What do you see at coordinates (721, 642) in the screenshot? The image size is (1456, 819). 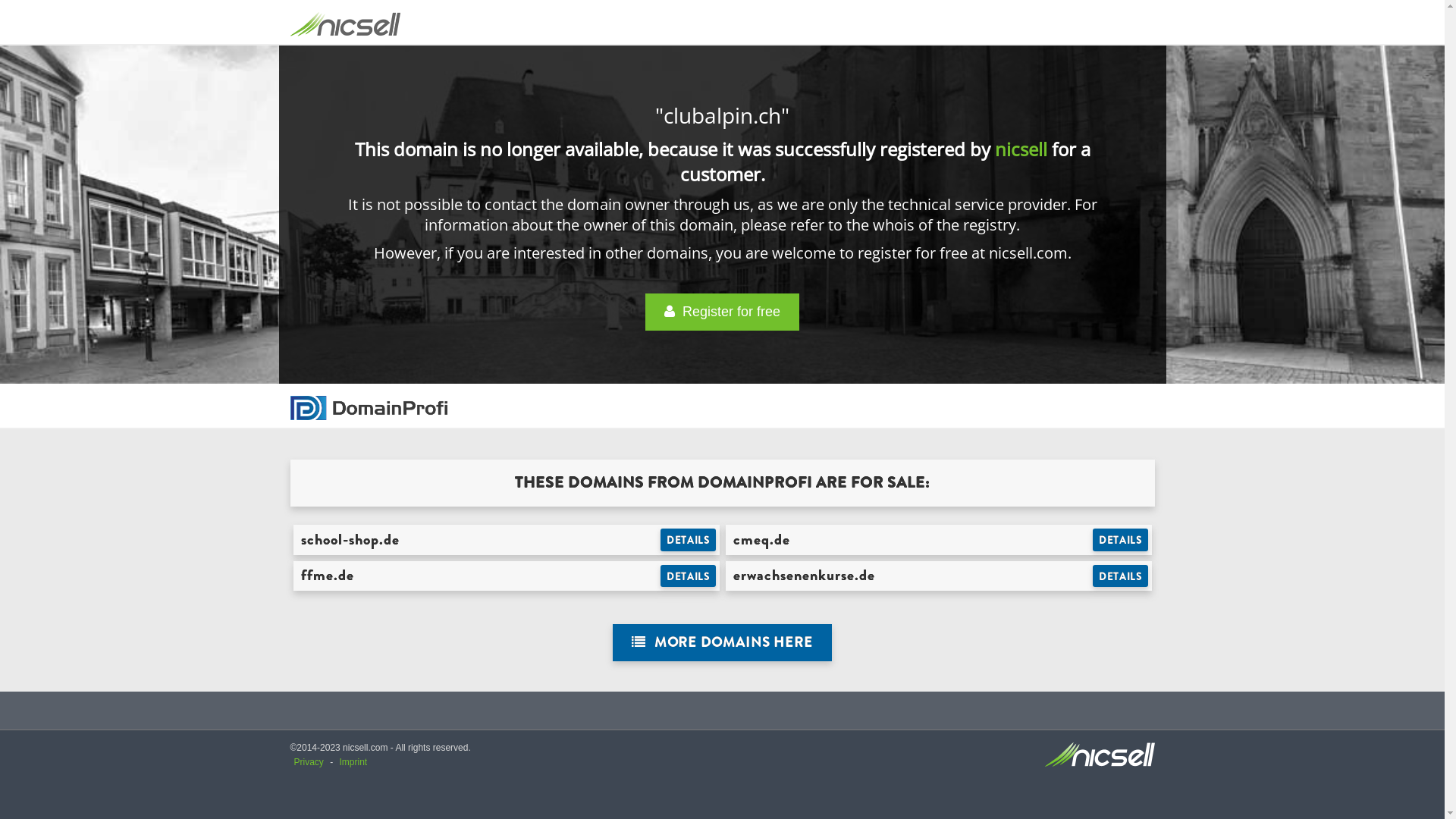 I see `'  MORE DOMAINS HERE'` at bounding box center [721, 642].